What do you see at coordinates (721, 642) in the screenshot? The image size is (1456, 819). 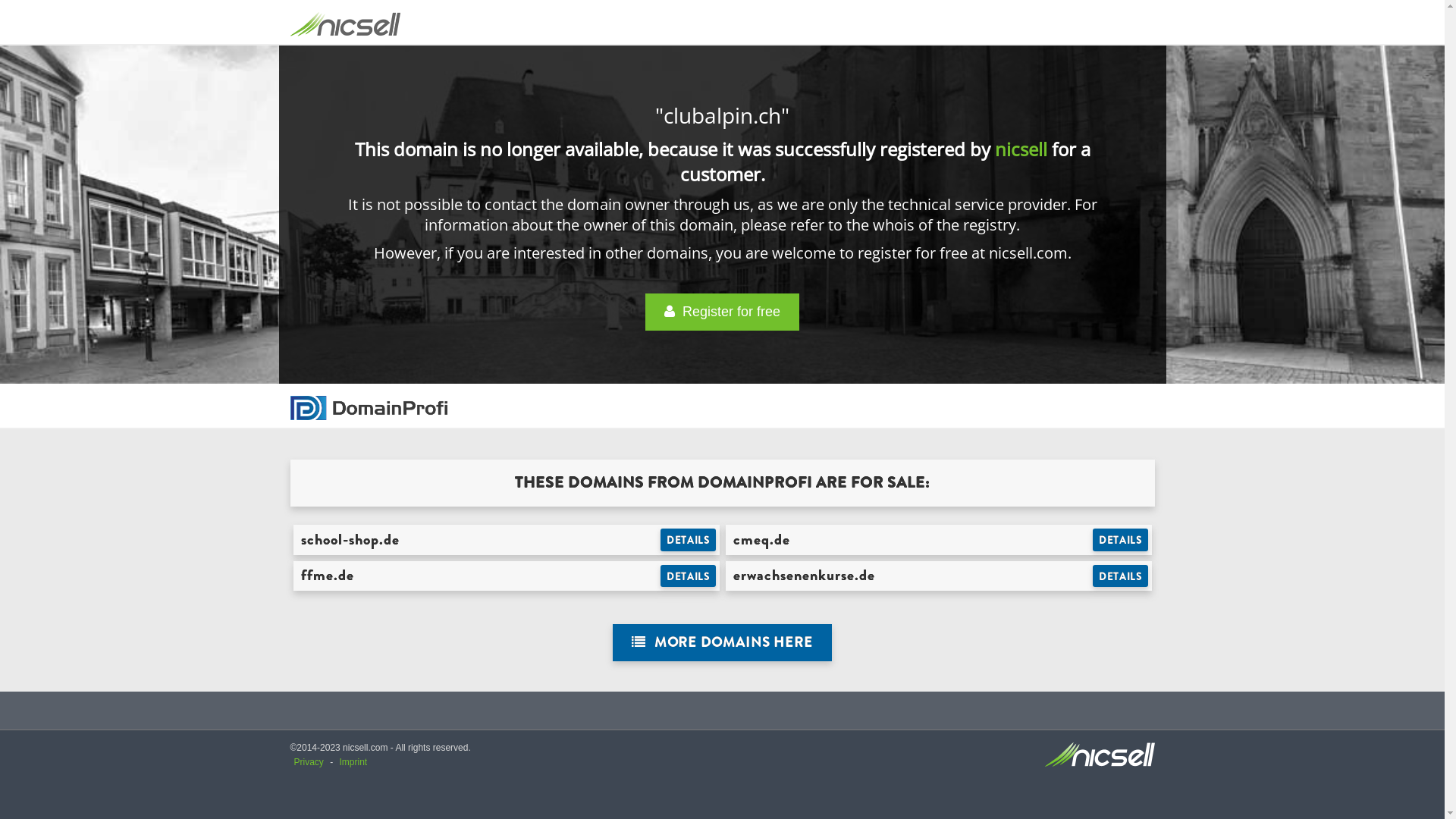 I see `'  MORE DOMAINS HERE'` at bounding box center [721, 642].